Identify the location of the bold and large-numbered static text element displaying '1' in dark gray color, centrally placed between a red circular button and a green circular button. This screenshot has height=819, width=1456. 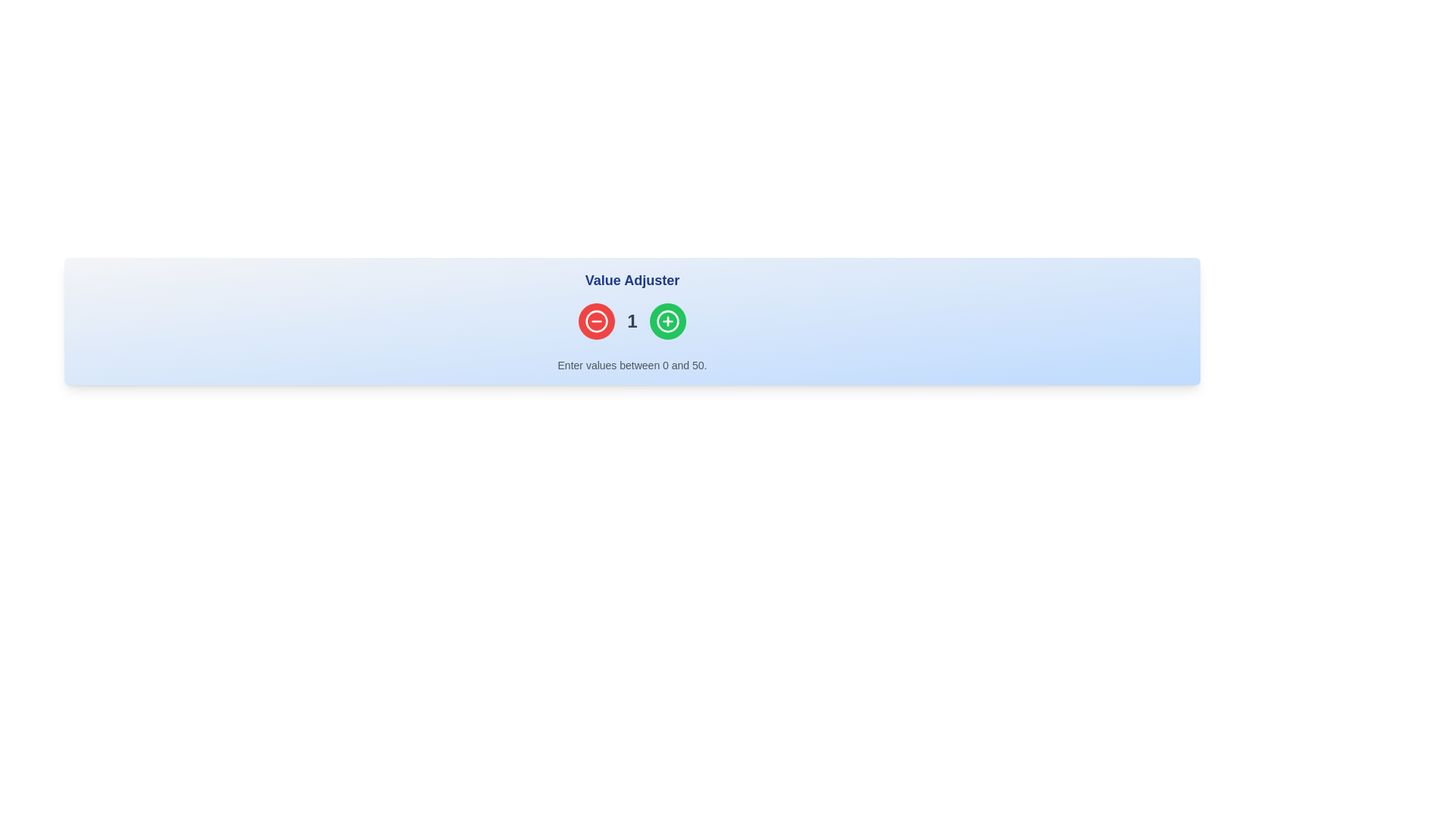
(632, 321).